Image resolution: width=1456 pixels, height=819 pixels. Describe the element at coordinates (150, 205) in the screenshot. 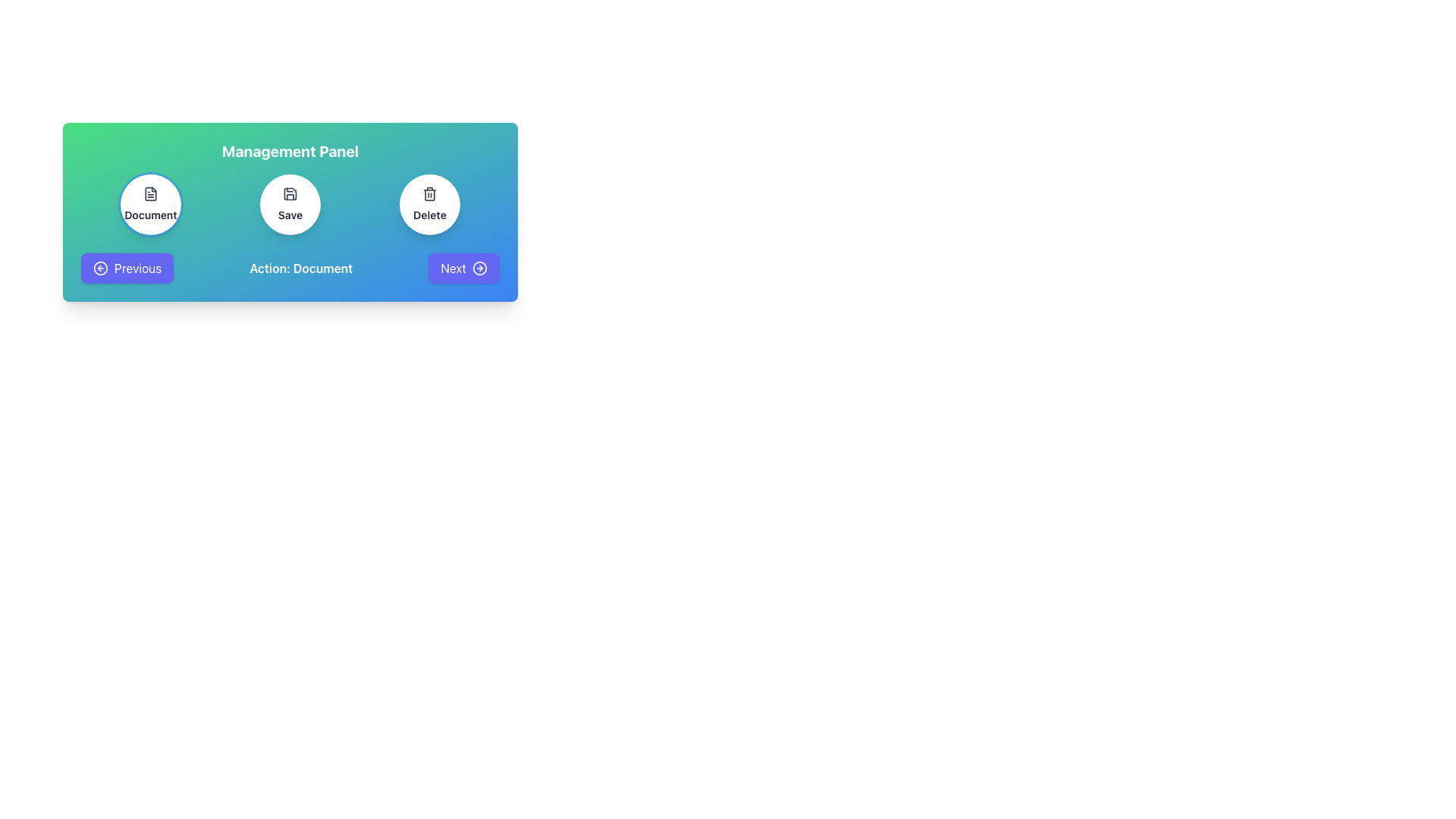

I see `the leftmost circular button that represents a 'Document'-related feature` at that location.